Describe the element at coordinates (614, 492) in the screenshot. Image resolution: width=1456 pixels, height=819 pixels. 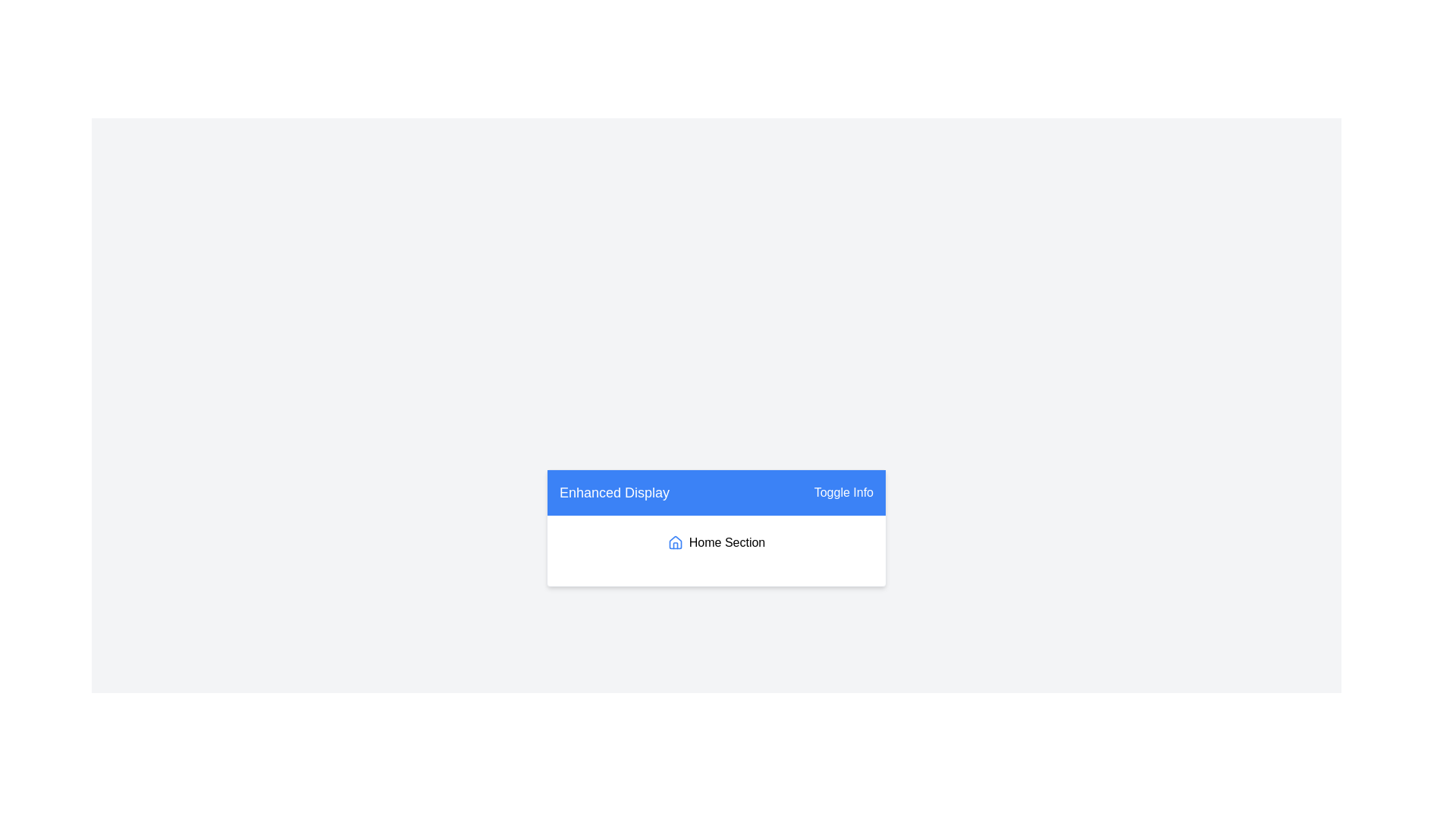
I see `the Text Label located in the header section, which serves as the title or label for the section` at that location.